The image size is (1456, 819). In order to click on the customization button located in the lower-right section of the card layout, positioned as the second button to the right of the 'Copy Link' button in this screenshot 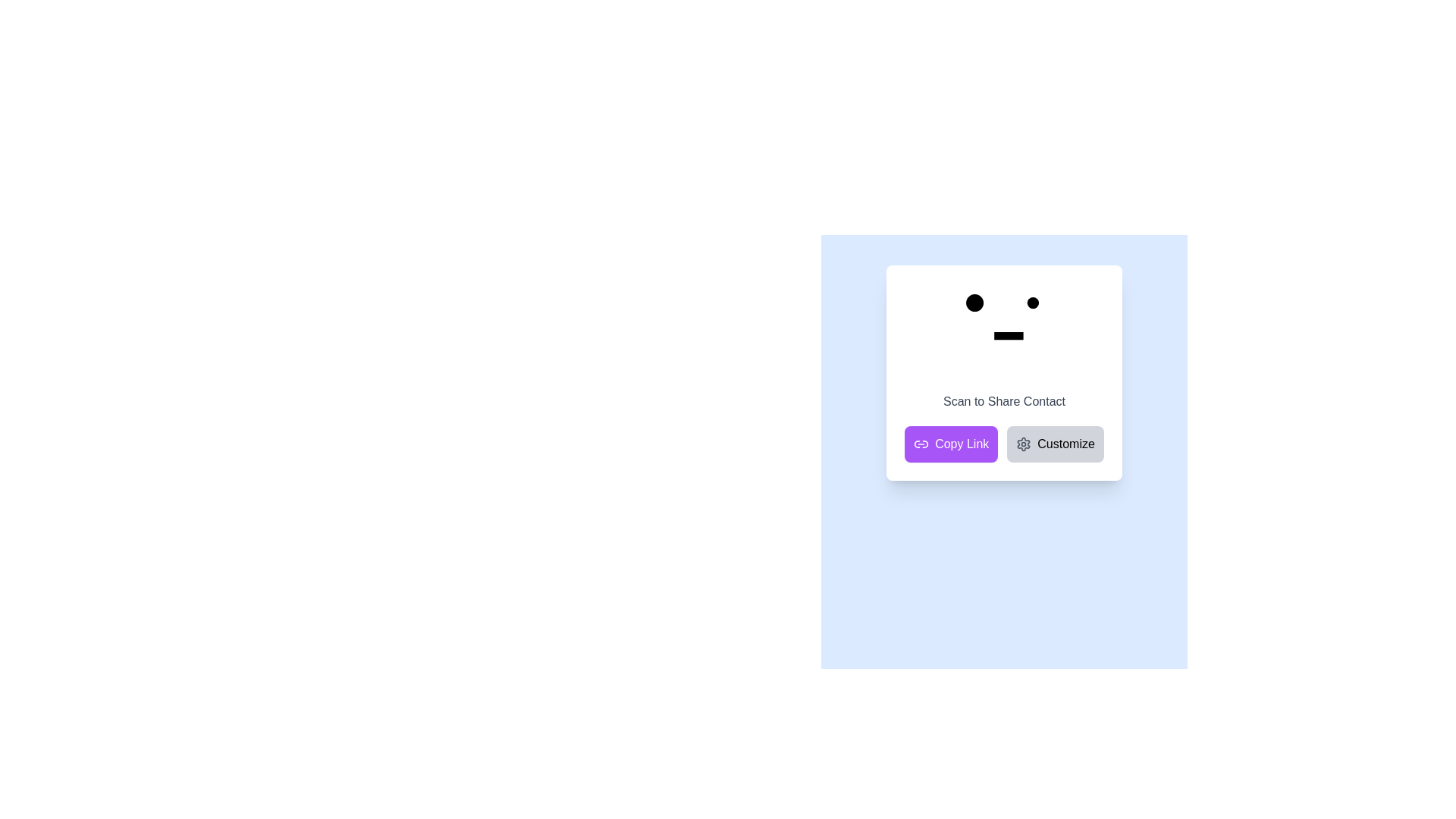, I will do `click(1055, 444)`.